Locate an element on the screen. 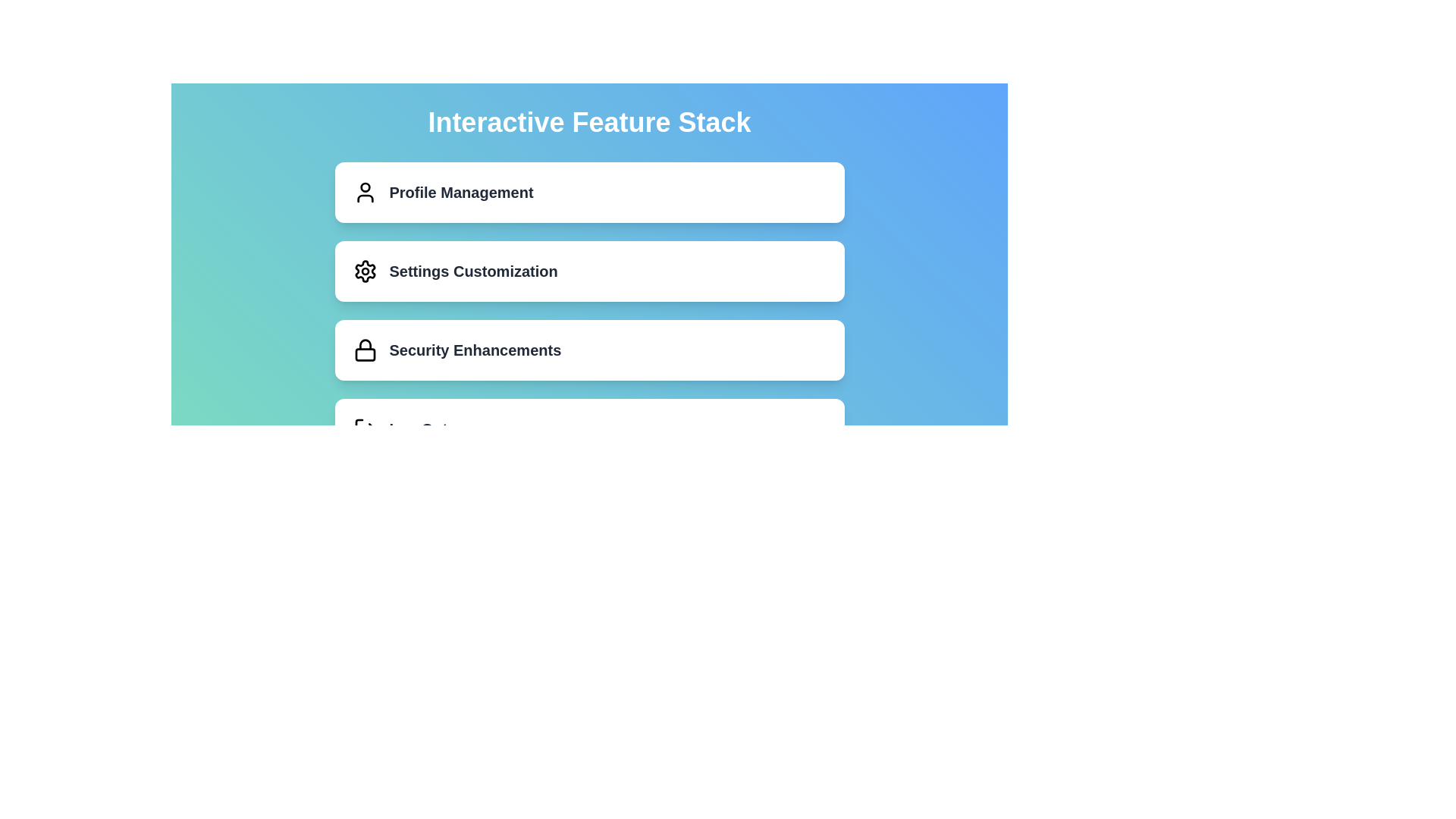 This screenshot has height=819, width=1456. the left vertical bar of the logout icon, which is part of a button-like area beneath the 'Profile Management', 'Settings Customization', and 'Security Enhancements' buttons is located at coordinates (358, 429).